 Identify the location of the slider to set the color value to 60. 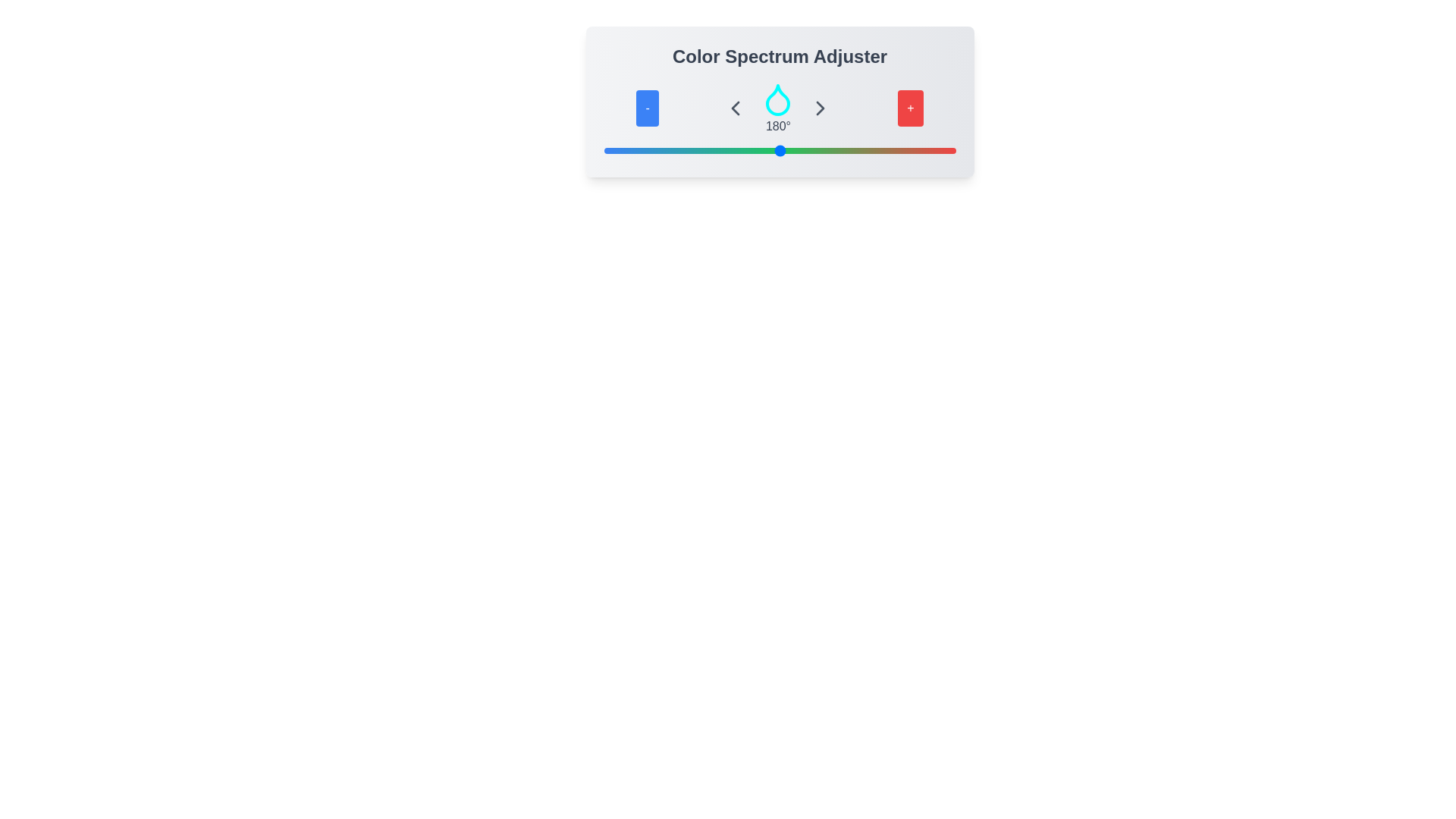
(662, 151).